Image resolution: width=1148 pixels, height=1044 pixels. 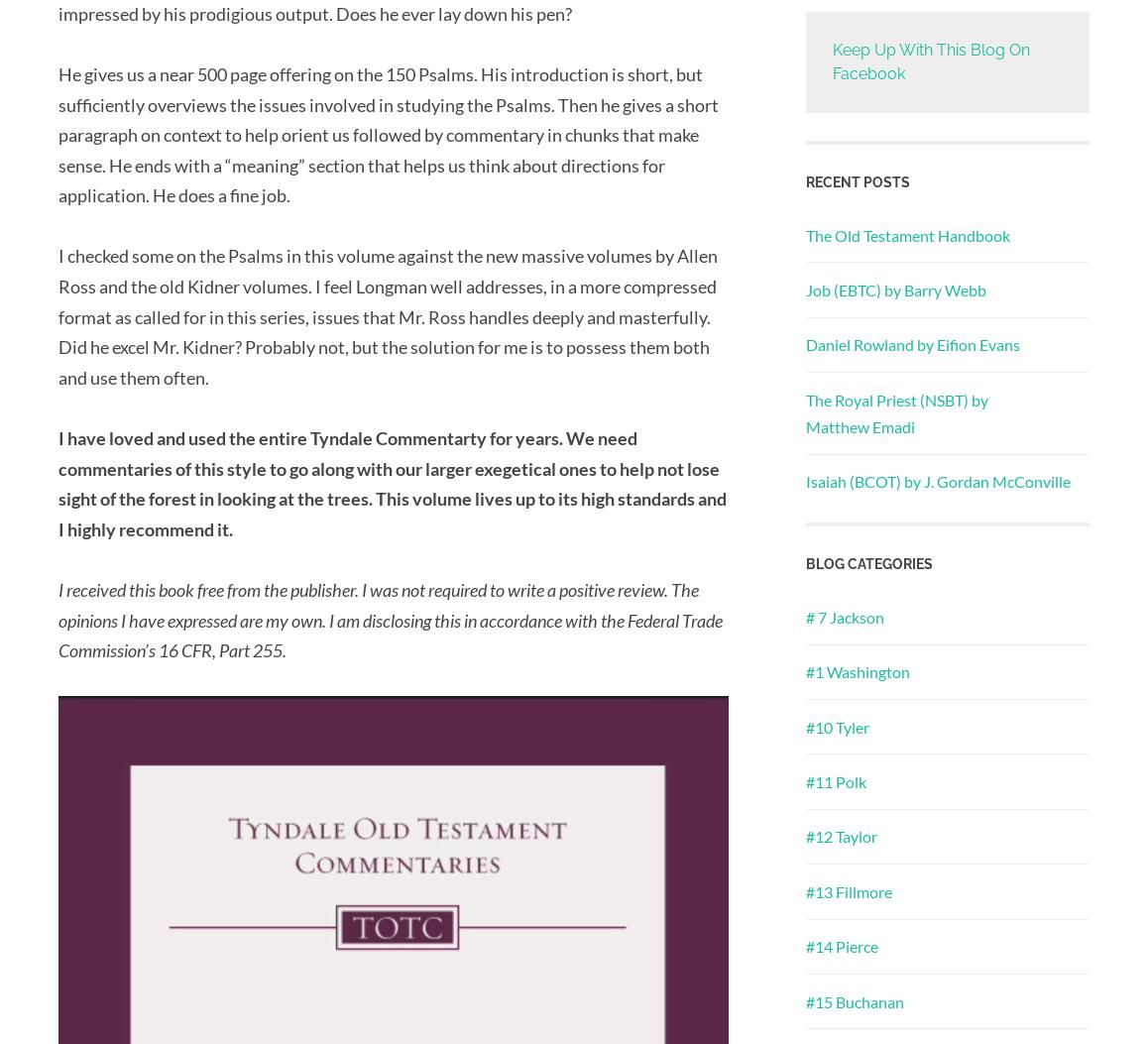 I want to click on '#15 Buchanan', so click(x=854, y=999).